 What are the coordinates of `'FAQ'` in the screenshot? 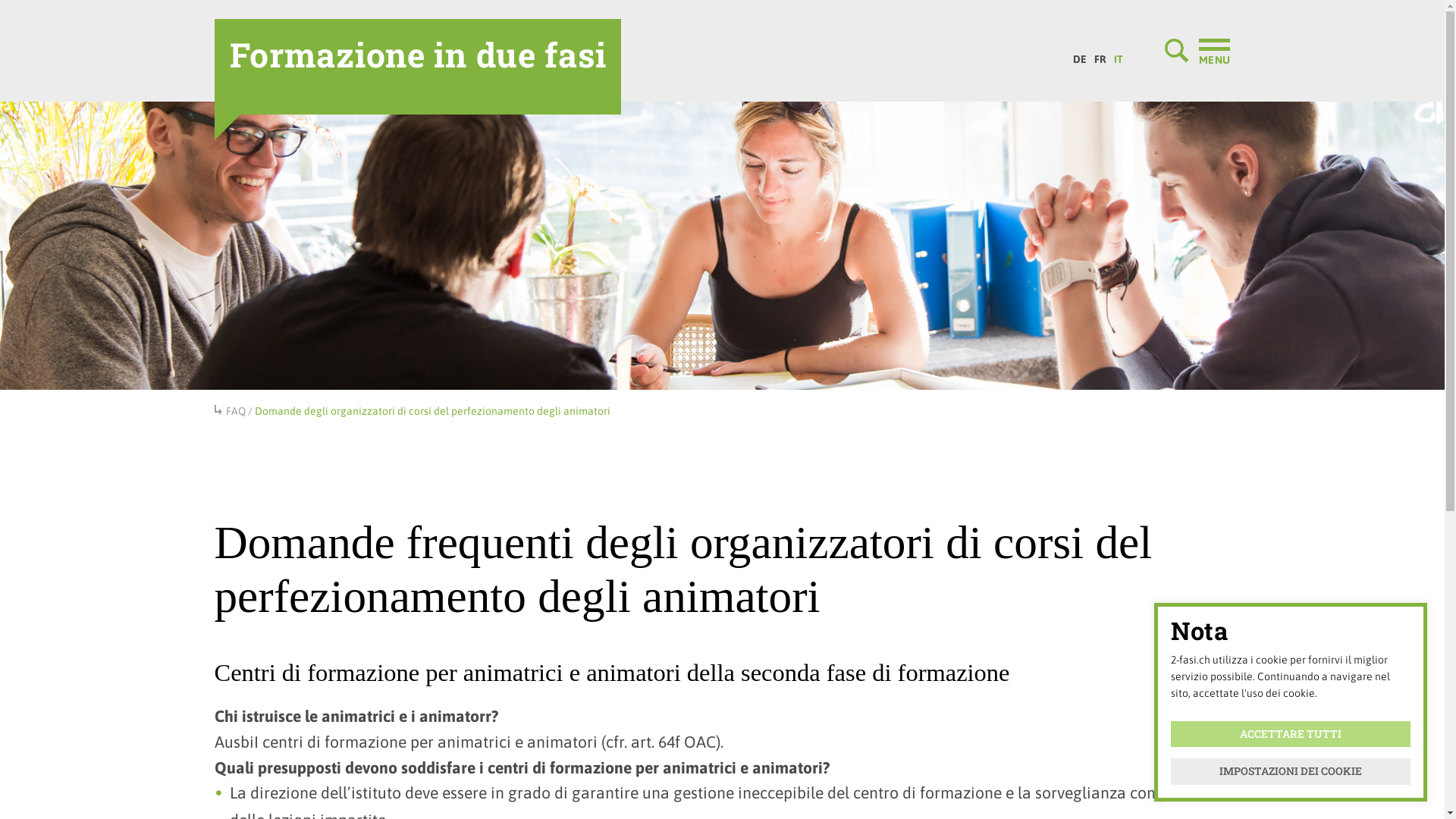 It's located at (235, 411).